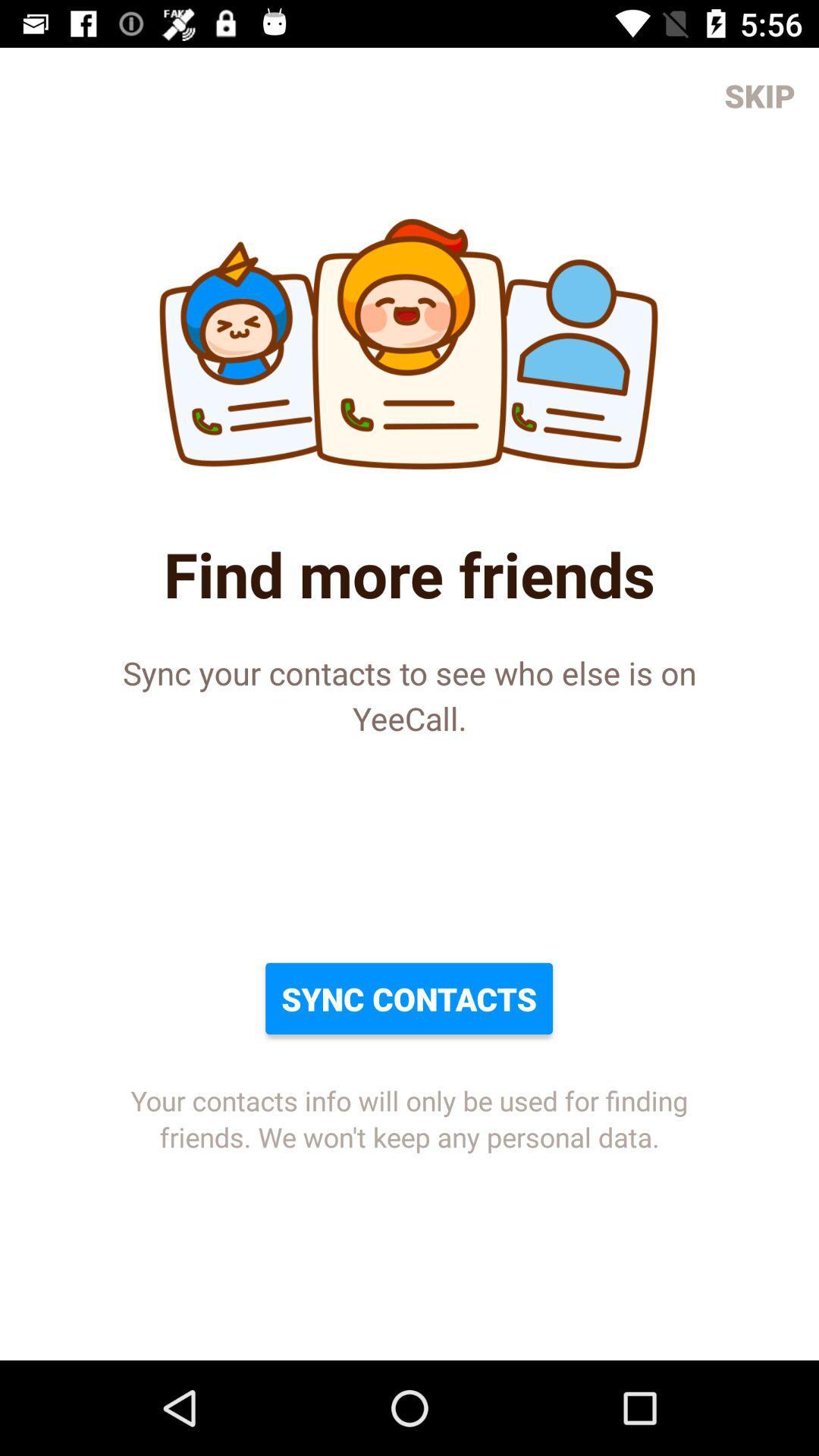  Describe the element at coordinates (760, 94) in the screenshot. I see `skip` at that location.